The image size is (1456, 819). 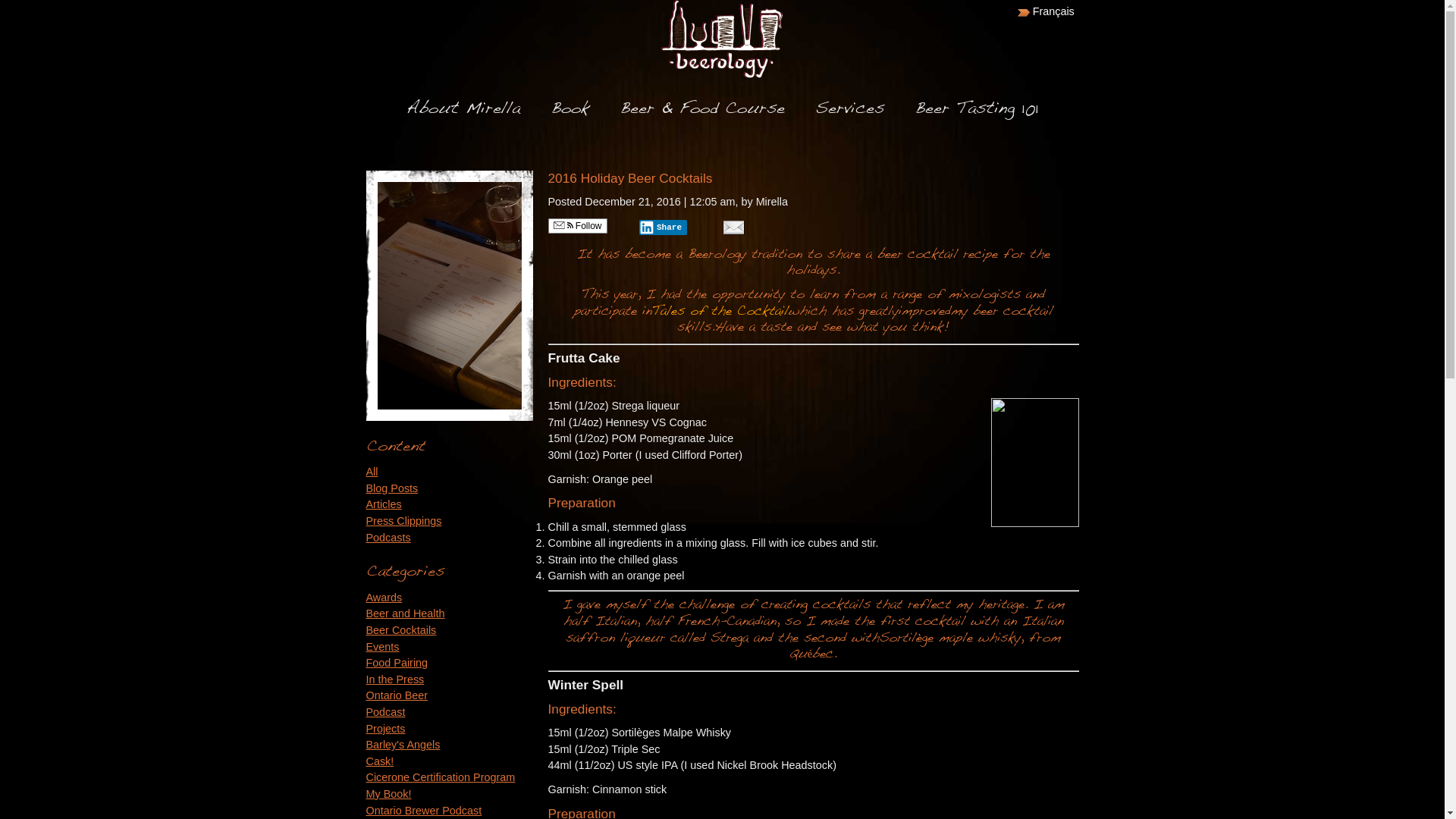 What do you see at coordinates (379, 761) in the screenshot?
I see `'Cask!'` at bounding box center [379, 761].